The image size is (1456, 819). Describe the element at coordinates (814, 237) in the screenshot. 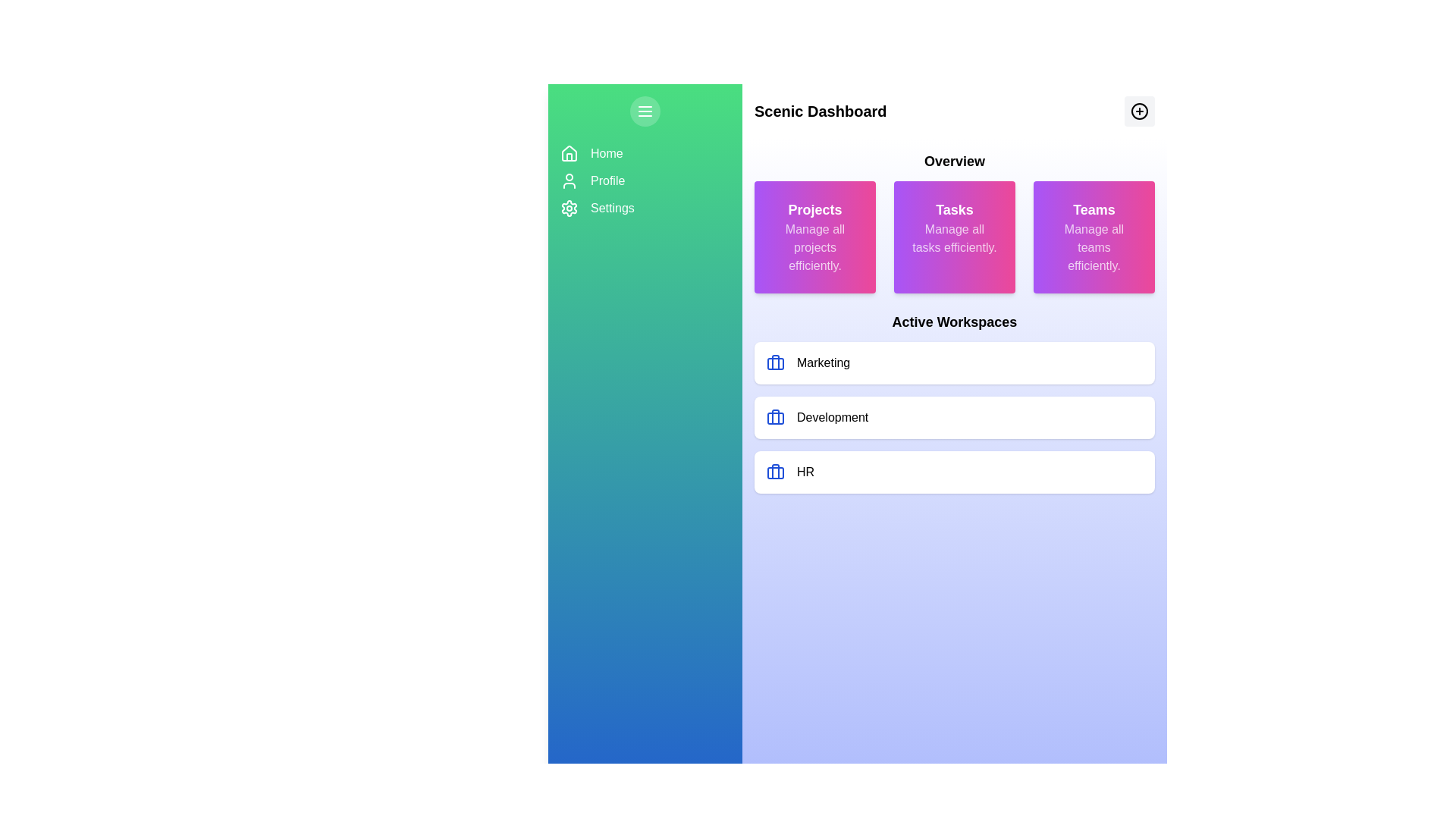

I see `the first Informational Card in the grid, which provides an overview of project management functionality and is positioned to the left of the 'Tasks' card` at that location.